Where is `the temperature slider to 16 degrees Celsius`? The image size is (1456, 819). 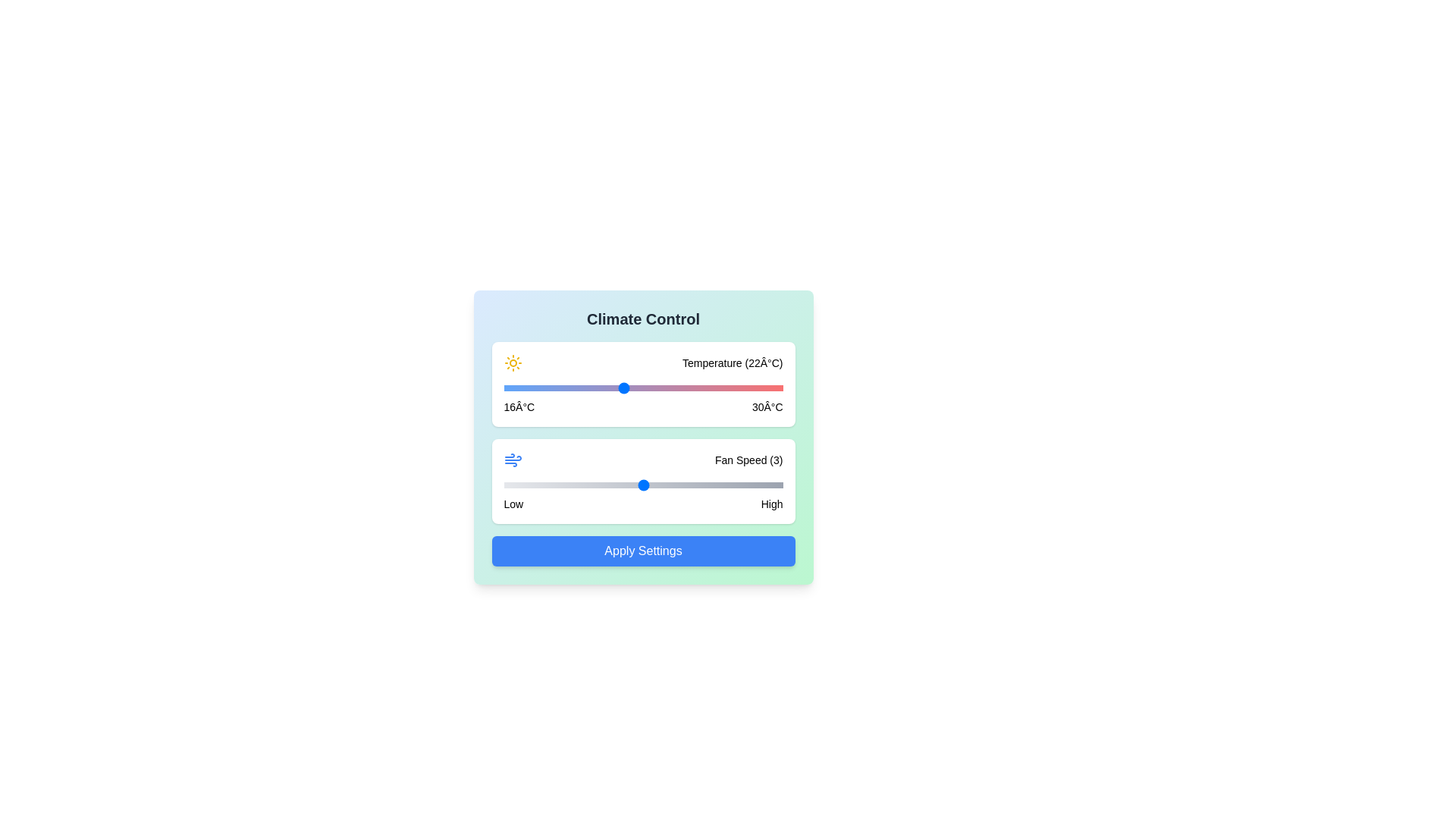 the temperature slider to 16 degrees Celsius is located at coordinates (504, 388).